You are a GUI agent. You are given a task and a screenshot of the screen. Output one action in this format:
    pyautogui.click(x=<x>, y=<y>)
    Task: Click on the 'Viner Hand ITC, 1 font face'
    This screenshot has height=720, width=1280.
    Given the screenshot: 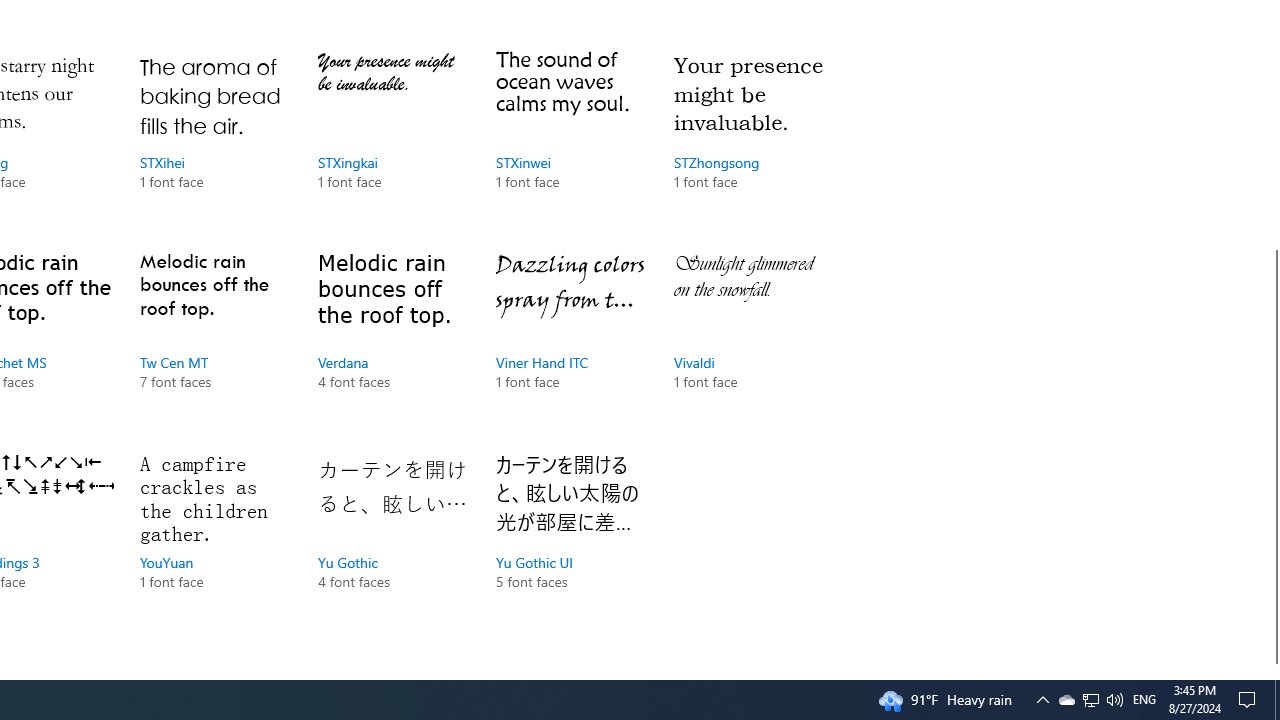 What is the action you would take?
    pyautogui.click(x=569, y=339)
    